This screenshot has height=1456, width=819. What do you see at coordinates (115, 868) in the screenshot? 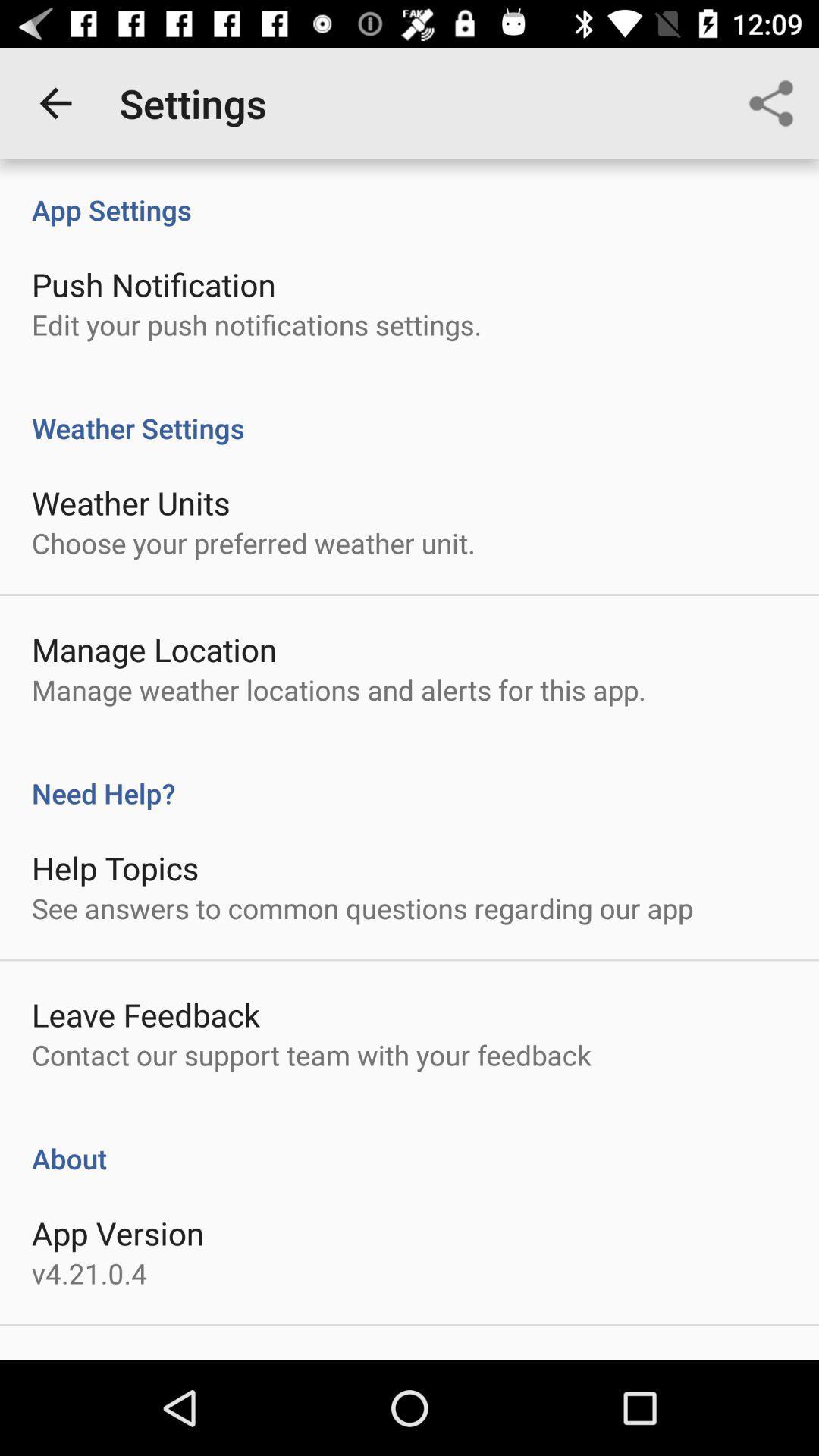
I see `the icon above the see answers to` at bounding box center [115, 868].